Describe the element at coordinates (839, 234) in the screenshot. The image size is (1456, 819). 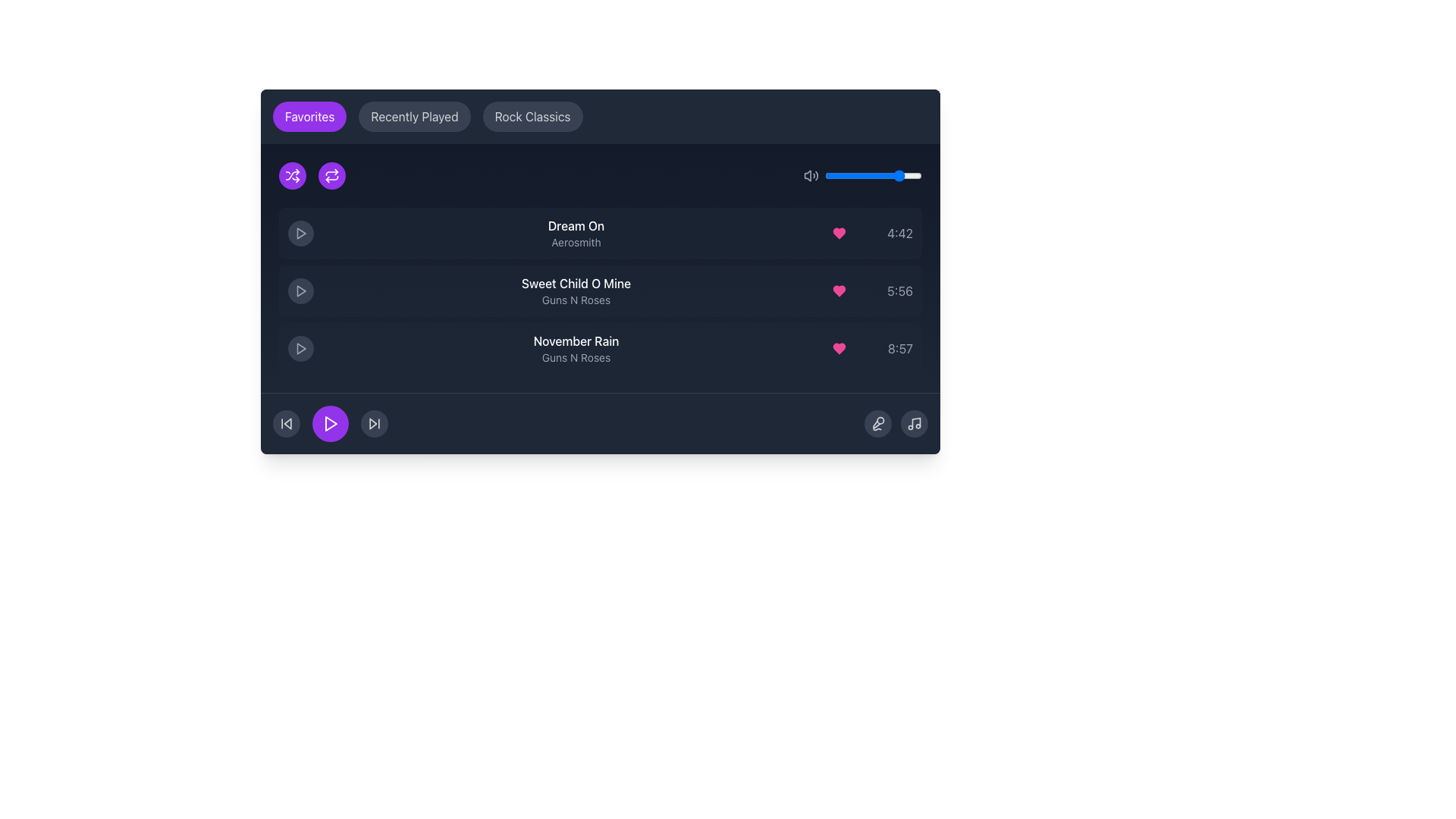
I see `the circular button with a pink heart icon located near the right edge of the first song row ('Dream On')` at that location.